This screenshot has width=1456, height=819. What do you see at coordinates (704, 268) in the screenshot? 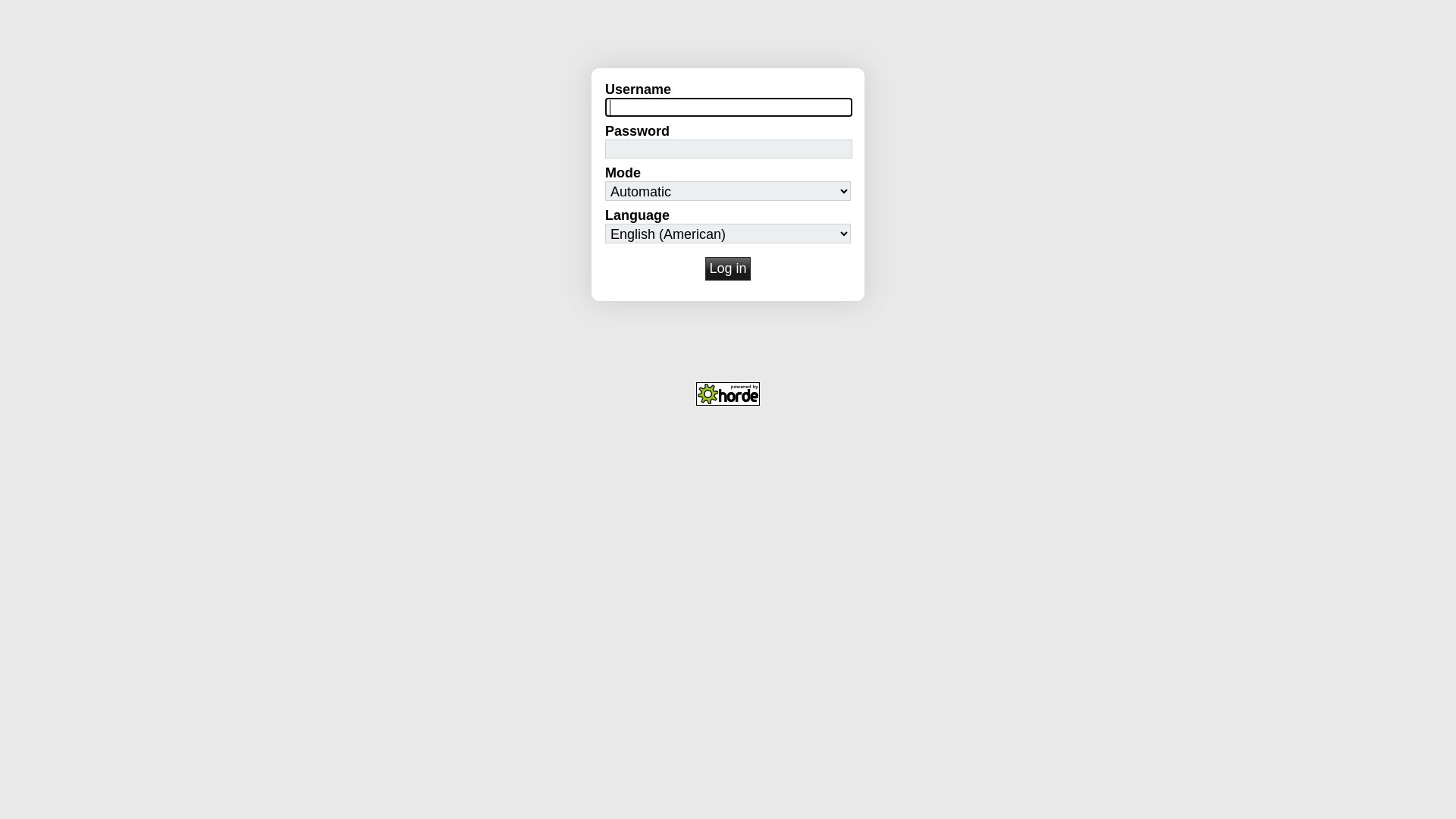
I see `'Log in'` at bounding box center [704, 268].